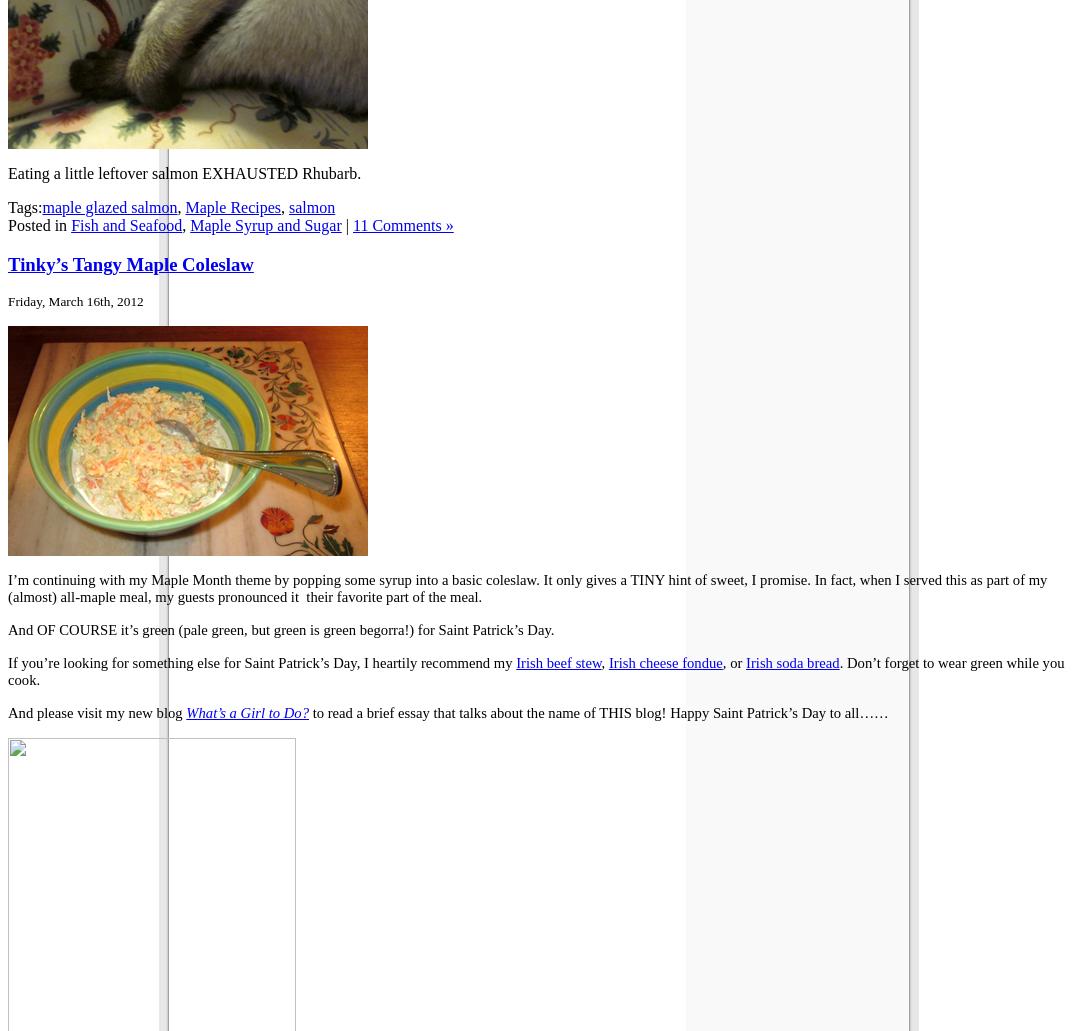  What do you see at coordinates (312, 205) in the screenshot?
I see `'salmon'` at bounding box center [312, 205].